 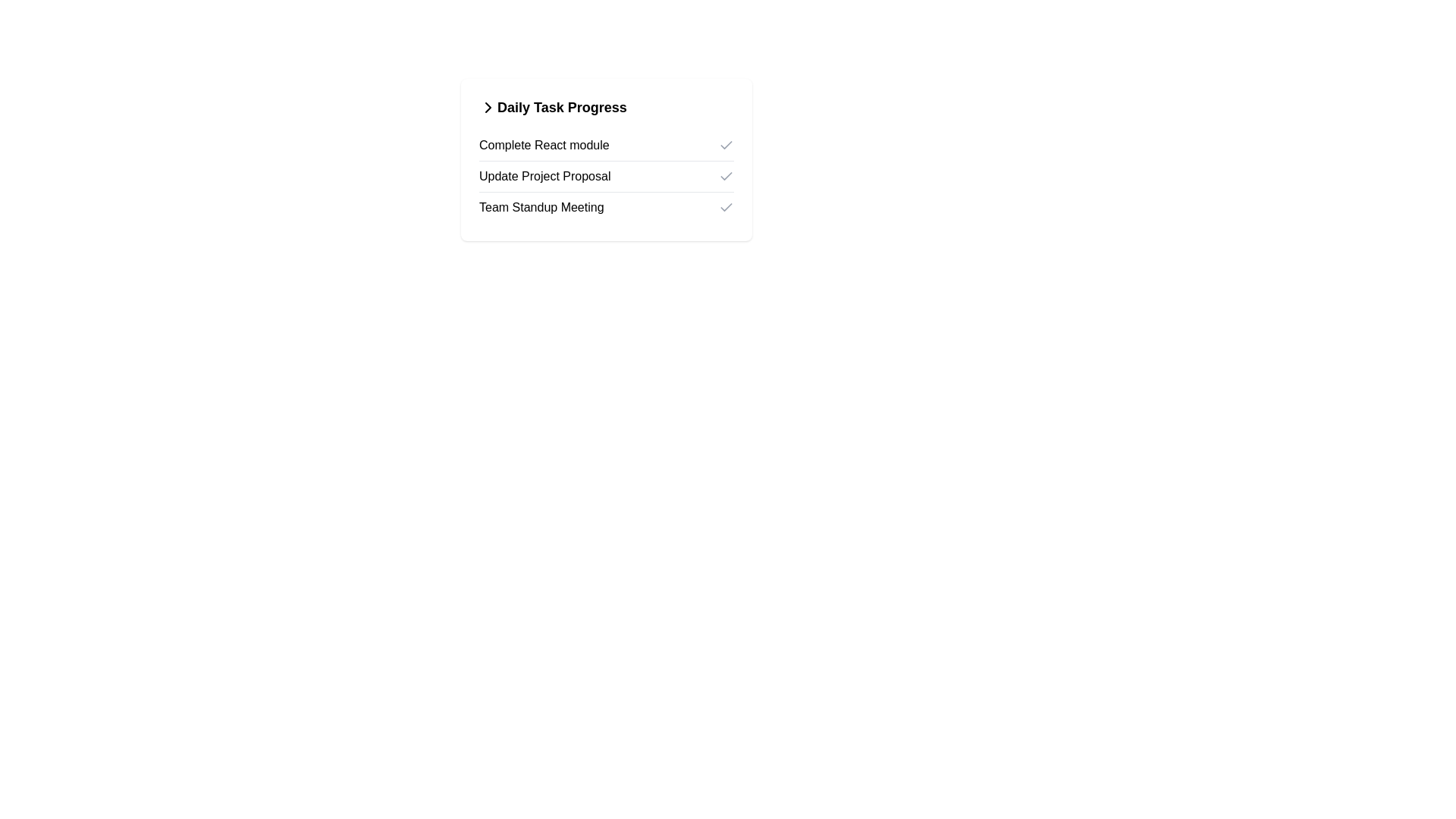 What do you see at coordinates (607, 107) in the screenshot?
I see `the heading with an interactive indicator at the top of the task card` at bounding box center [607, 107].